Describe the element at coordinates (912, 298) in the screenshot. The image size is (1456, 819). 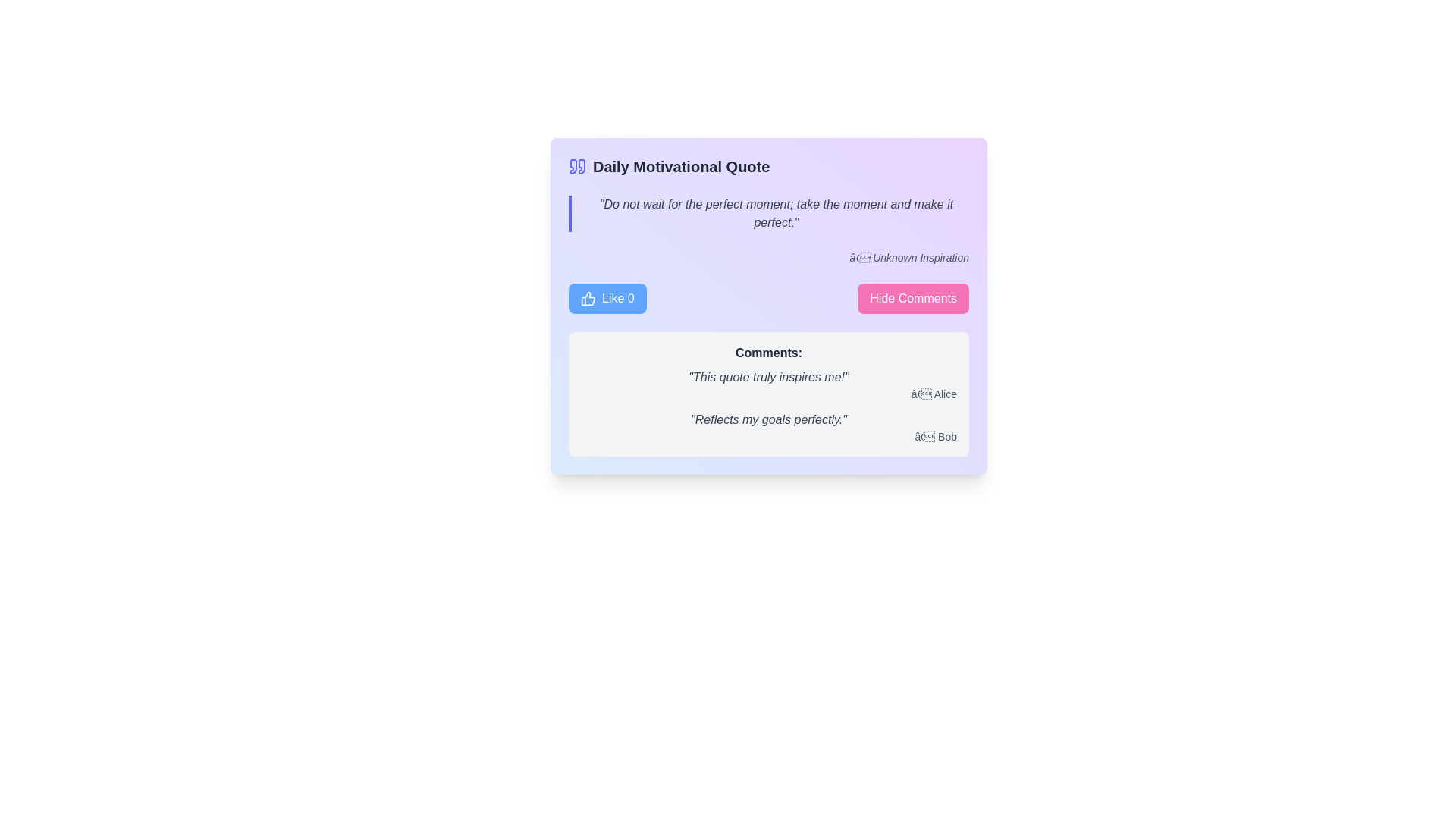
I see `the 'Hide Comments' button, which is a vibrant pink rectangular button with rounded corners located in the header section of the comment box` at that location.